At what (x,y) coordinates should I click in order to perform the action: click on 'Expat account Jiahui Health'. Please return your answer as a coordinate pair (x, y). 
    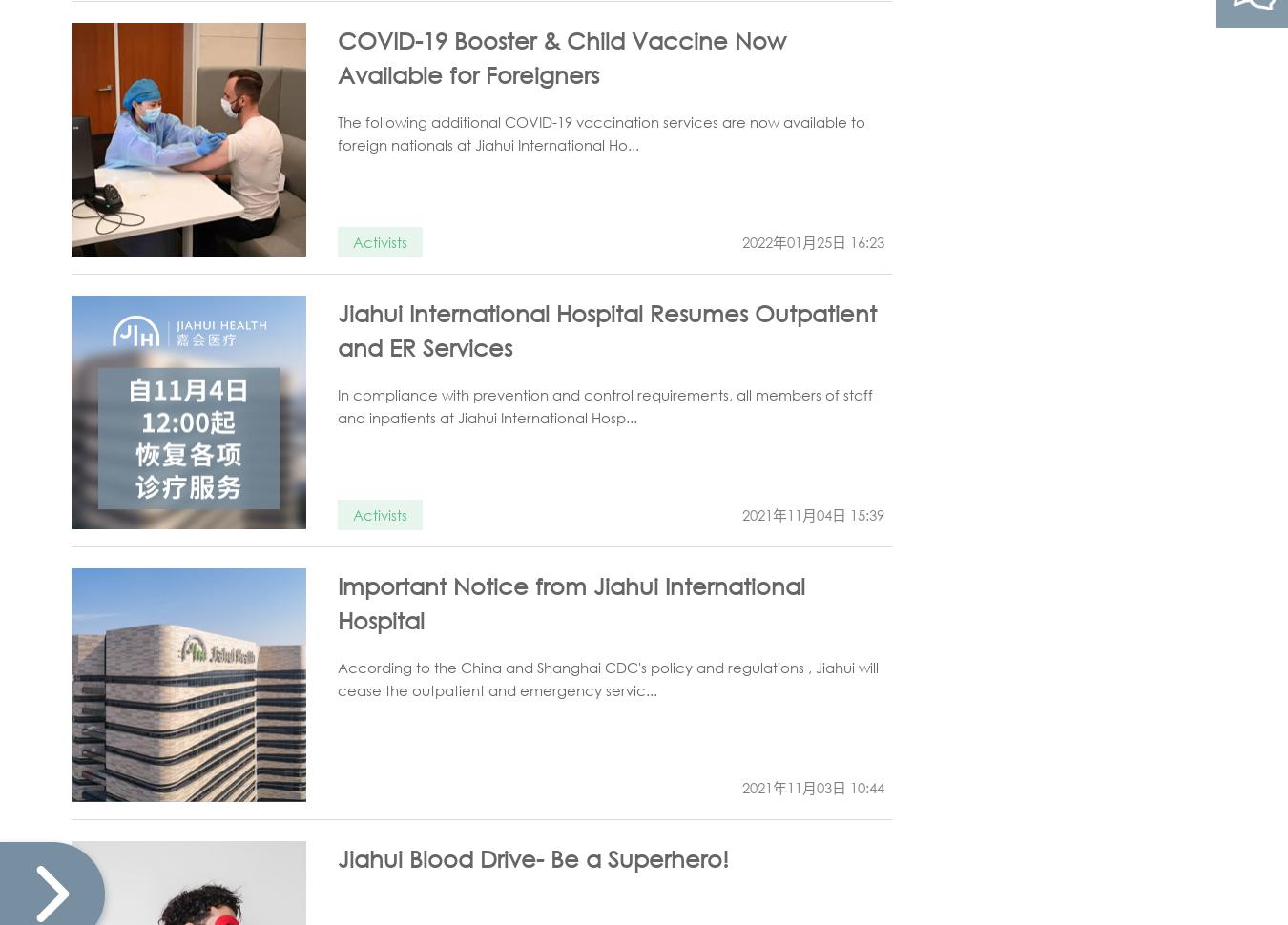
    Looking at the image, I should click on (1153, 114).